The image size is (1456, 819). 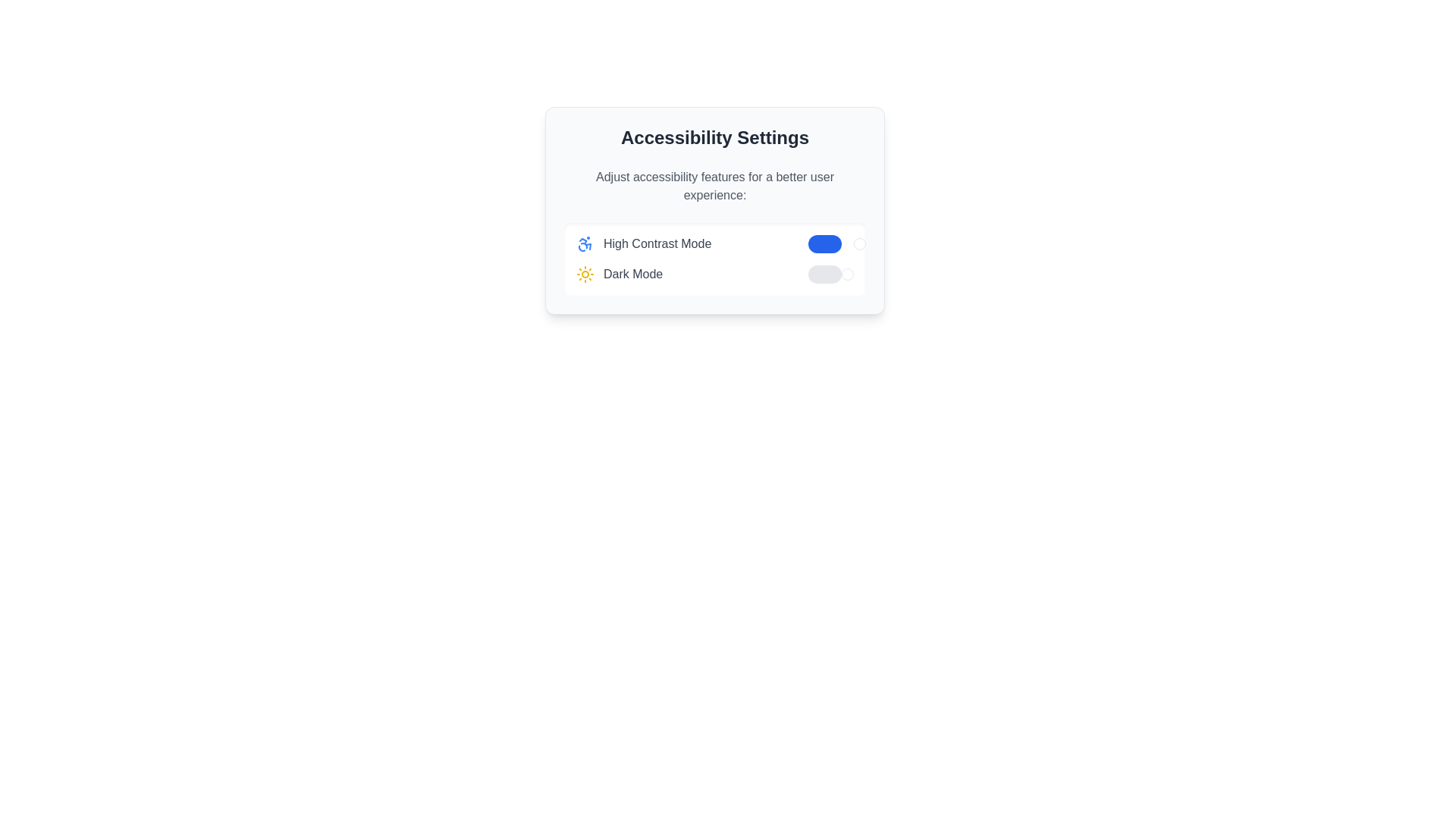 I want to click on the 'High Contrast Mode' label and icon located in the 'Accessibility Settings' section, positioned in the first row above the 'Dark Mode' option, so click(x=644, y=243).